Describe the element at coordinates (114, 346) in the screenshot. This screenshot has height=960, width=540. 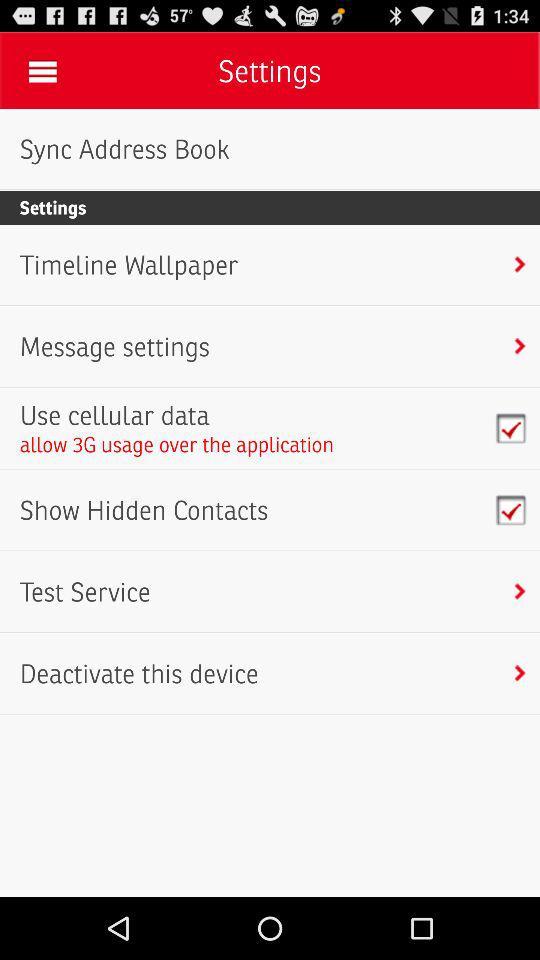
I see `message settings app` at that location.